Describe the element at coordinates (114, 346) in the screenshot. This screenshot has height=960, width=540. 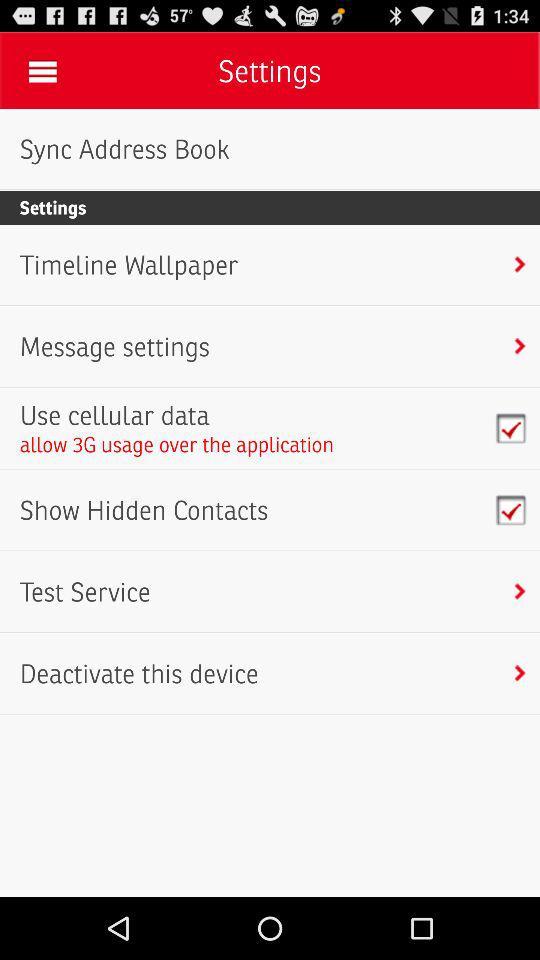
I see `message settings app` at that location.